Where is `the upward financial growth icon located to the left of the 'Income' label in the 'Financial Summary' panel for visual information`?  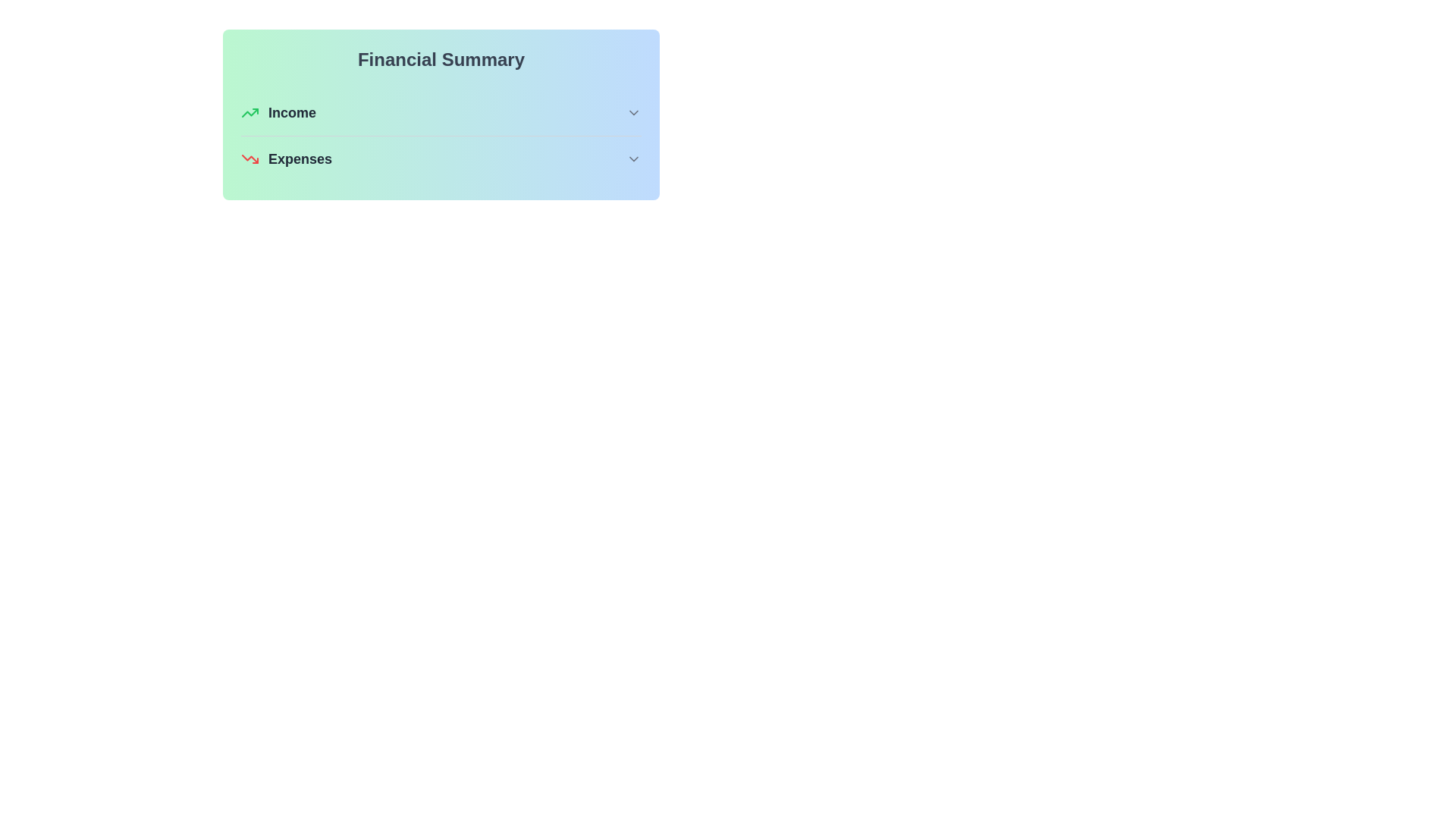
the upward financial growth icon located to the left of the 'Income' label in the 'Financial Summary' panel for visual information is located at coordinates (250, 112).